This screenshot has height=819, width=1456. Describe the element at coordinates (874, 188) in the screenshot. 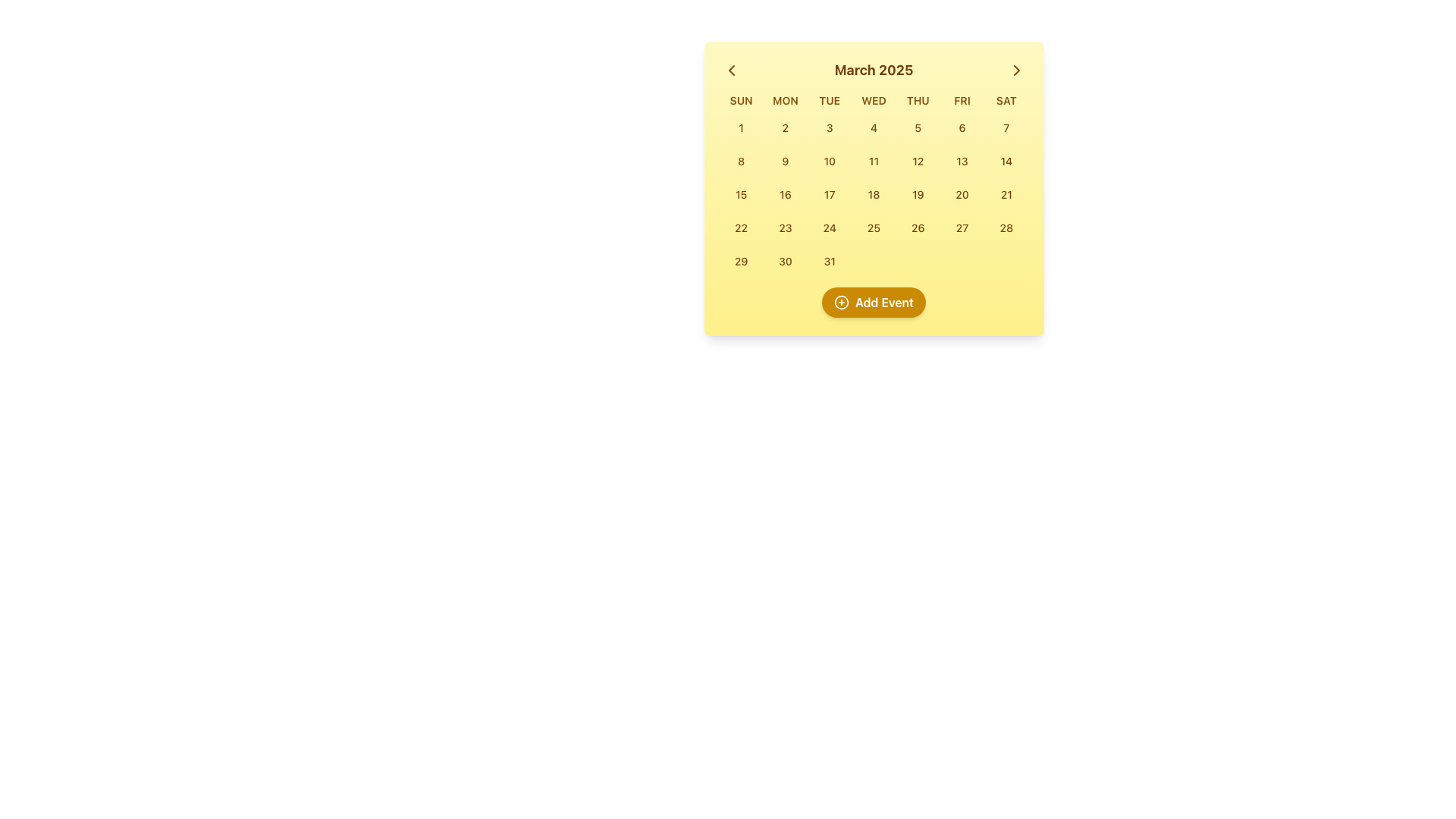

I see `a specific date in the March 2025 calendar` at that location.